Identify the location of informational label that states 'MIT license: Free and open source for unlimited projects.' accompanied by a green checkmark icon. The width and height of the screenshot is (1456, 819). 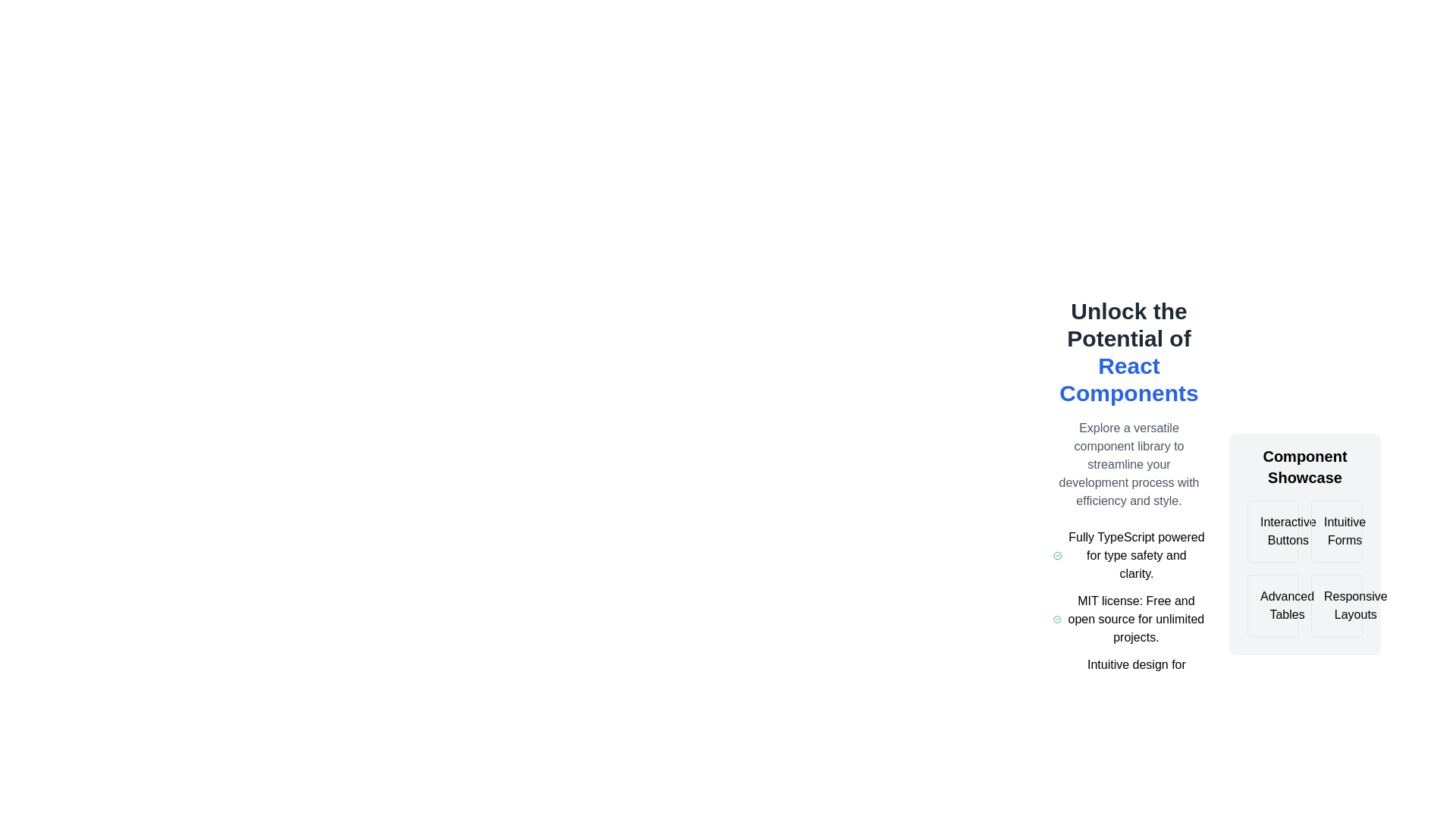
(1128, 620).